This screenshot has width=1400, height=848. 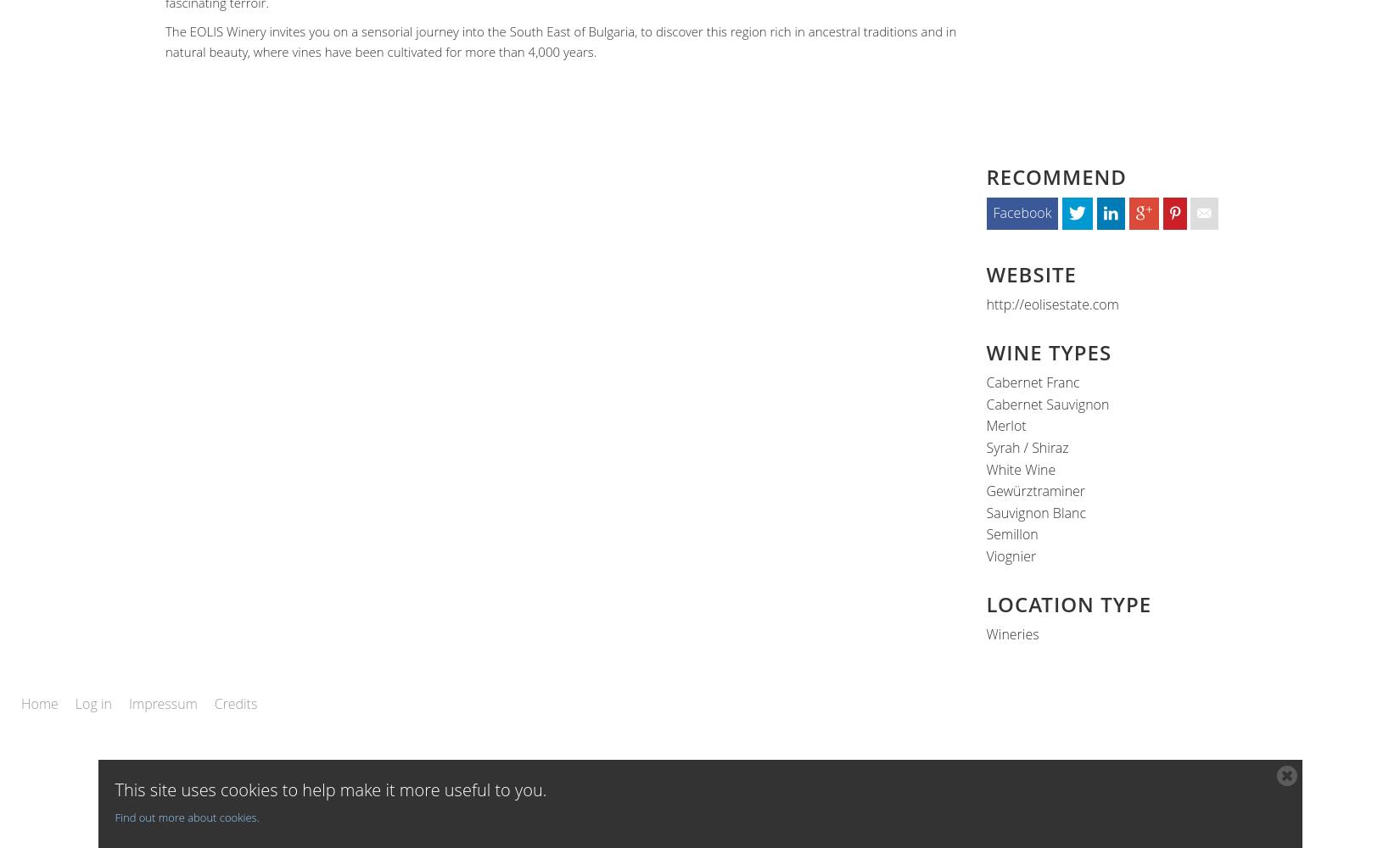 What do you see at coordinates (985, 448) in the screenshot?
I see `'Syrah / Shiraz'` at bounding box center [985, 448].